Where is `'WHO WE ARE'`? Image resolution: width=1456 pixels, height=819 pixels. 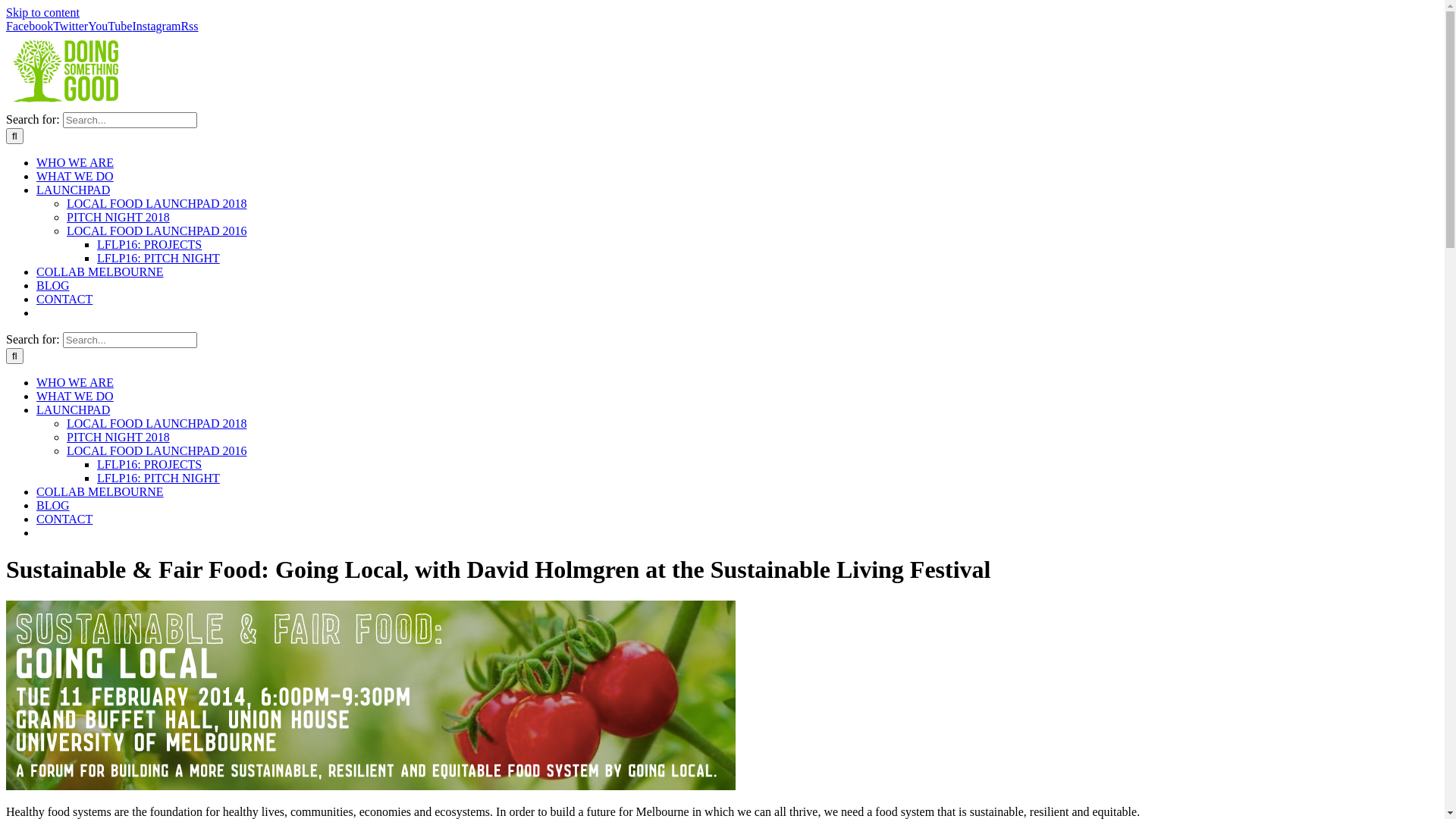 'WHO WE ARE' is located at coordinates (74, 381).